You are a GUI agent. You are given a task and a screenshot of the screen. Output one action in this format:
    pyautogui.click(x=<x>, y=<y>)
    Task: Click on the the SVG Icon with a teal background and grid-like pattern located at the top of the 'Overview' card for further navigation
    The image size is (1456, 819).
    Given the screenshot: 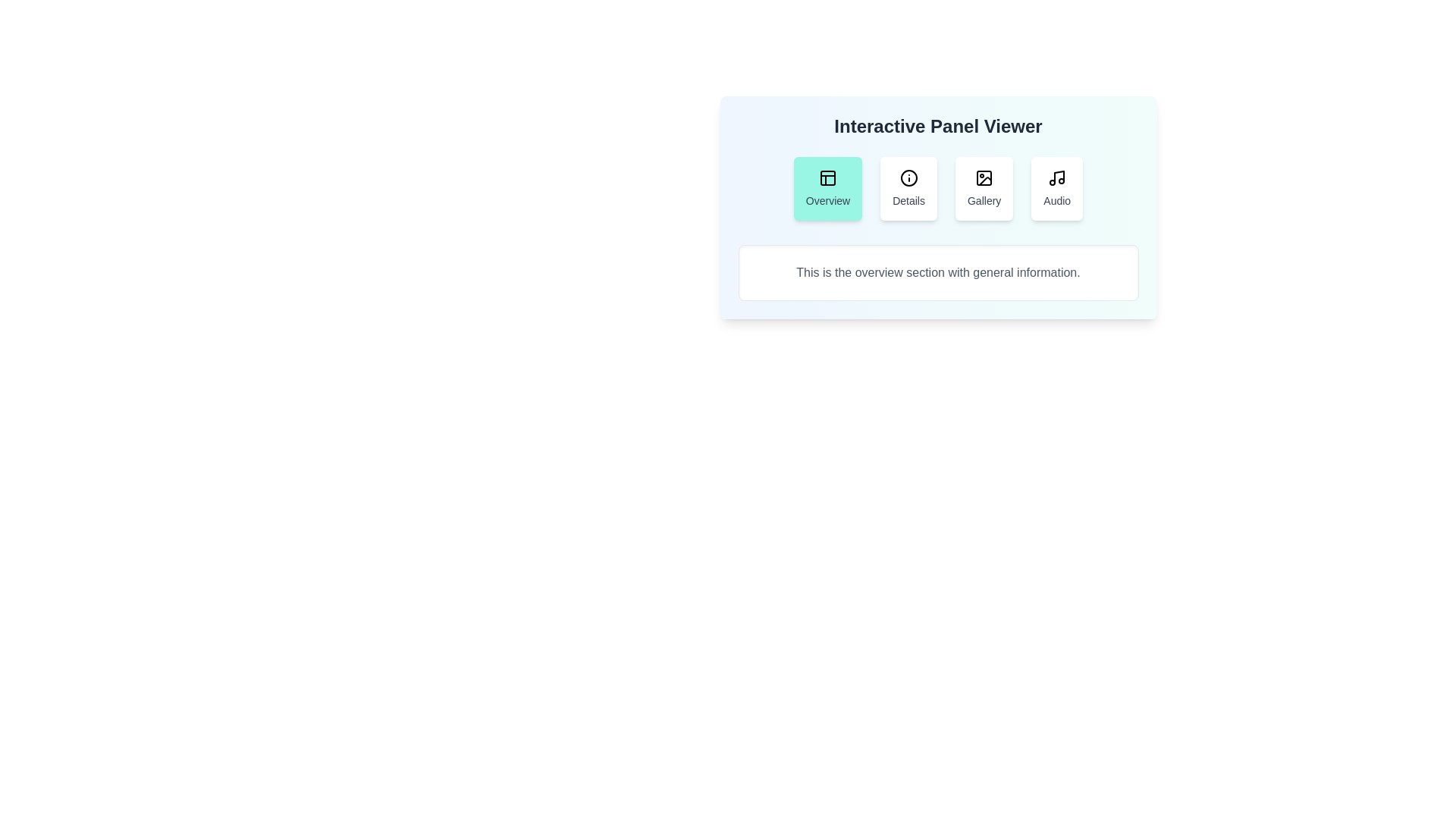 What is the action you would take?
    pyautogui.click(x=827, y=177)
    